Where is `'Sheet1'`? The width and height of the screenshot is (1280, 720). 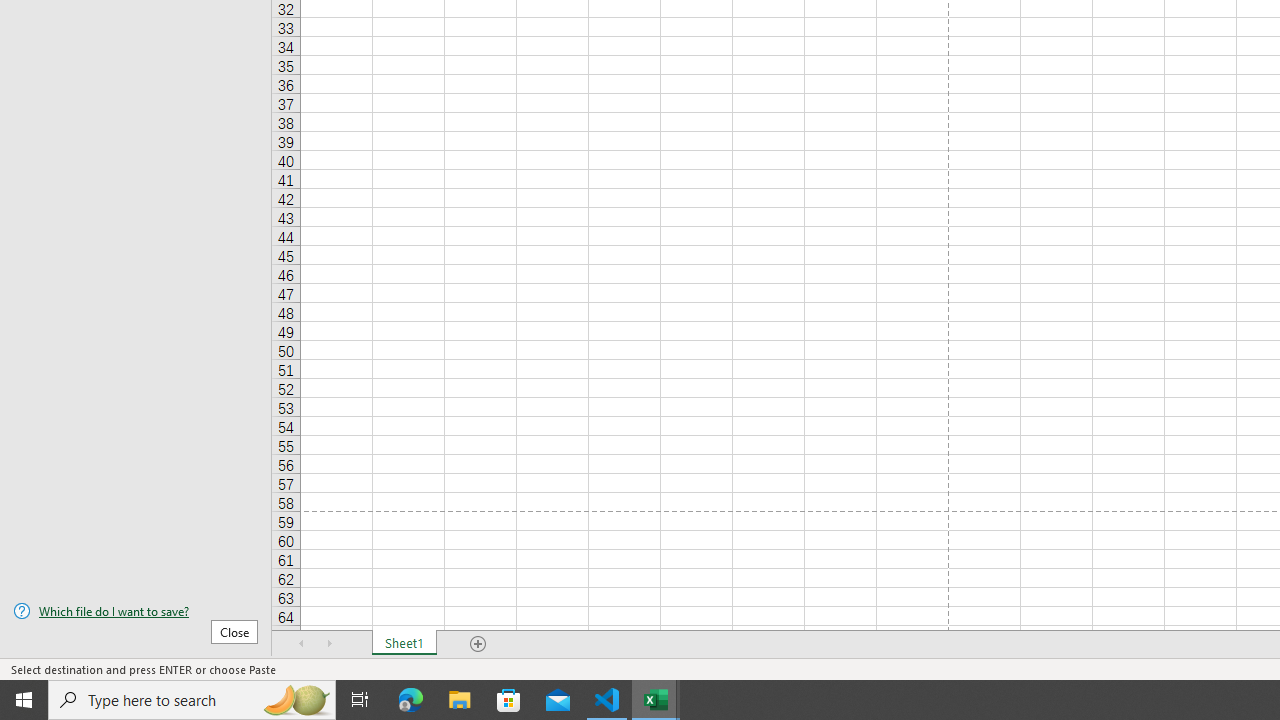 'Sheet1' is located at coordinates (403, 644).